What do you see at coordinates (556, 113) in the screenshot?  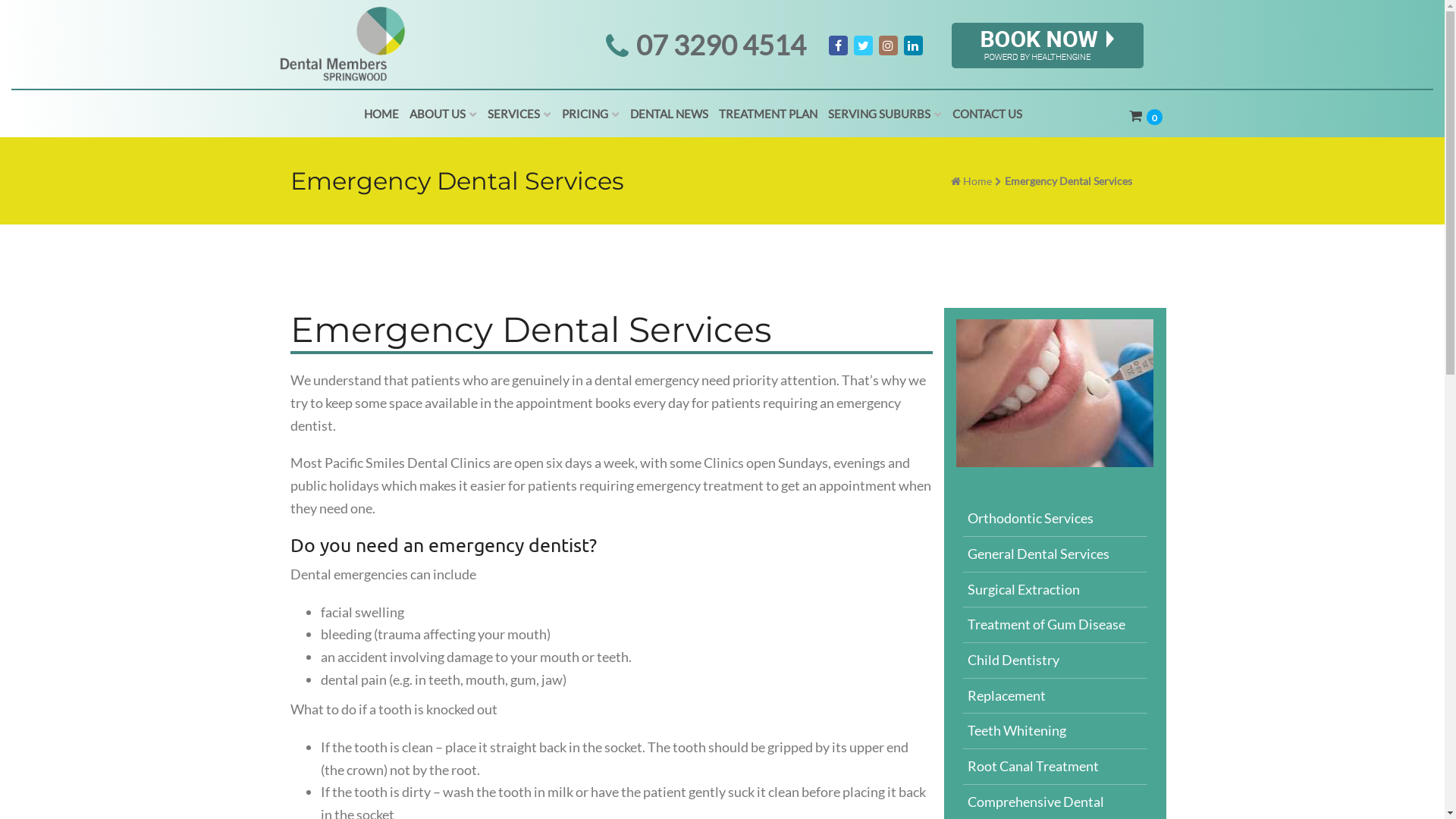 I see `'PRICING'` at bounding box center [556, 113].